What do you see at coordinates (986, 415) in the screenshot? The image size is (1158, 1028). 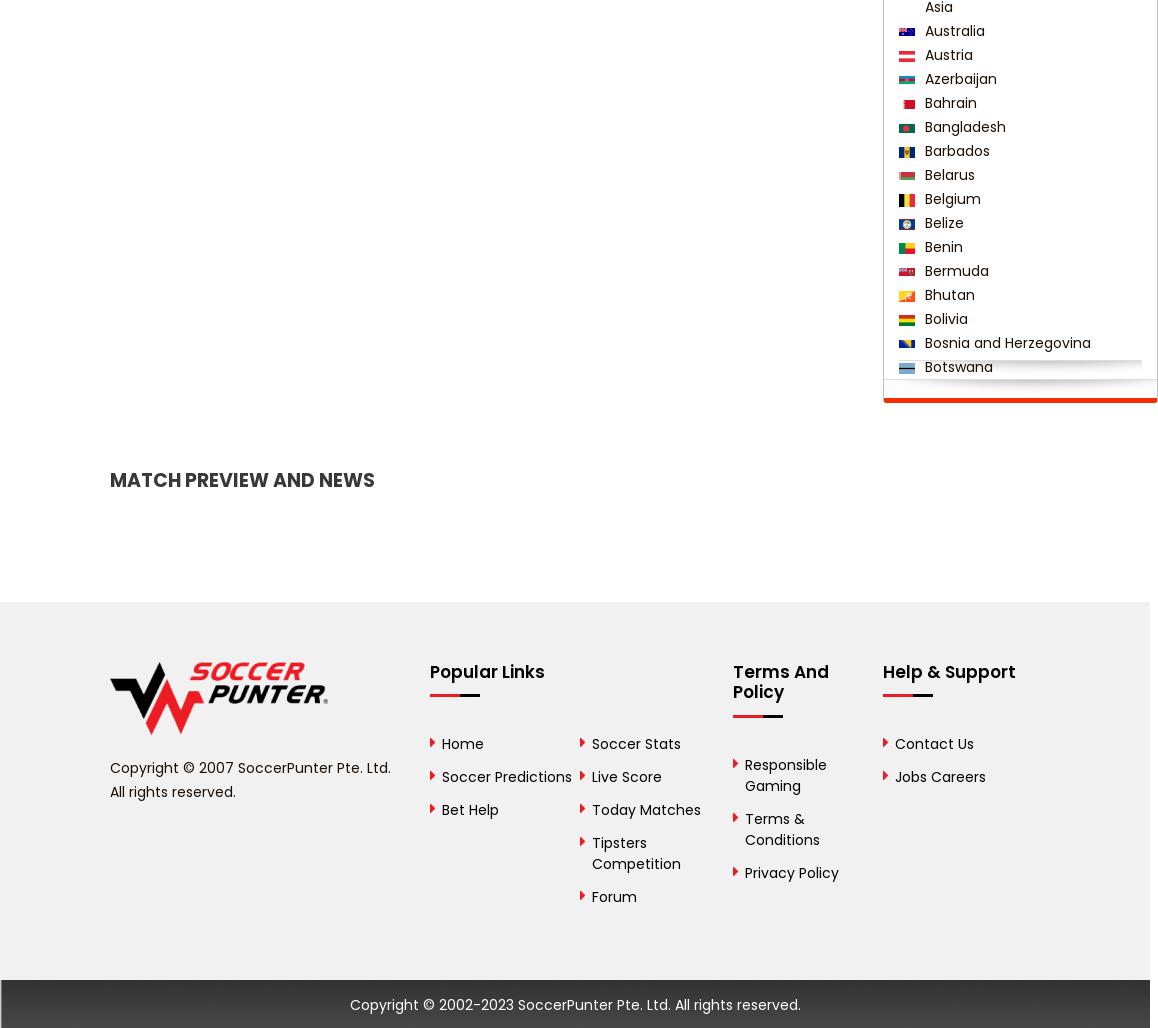 I see `'Brunei Darussalam'` at bounding box center [986, 415].